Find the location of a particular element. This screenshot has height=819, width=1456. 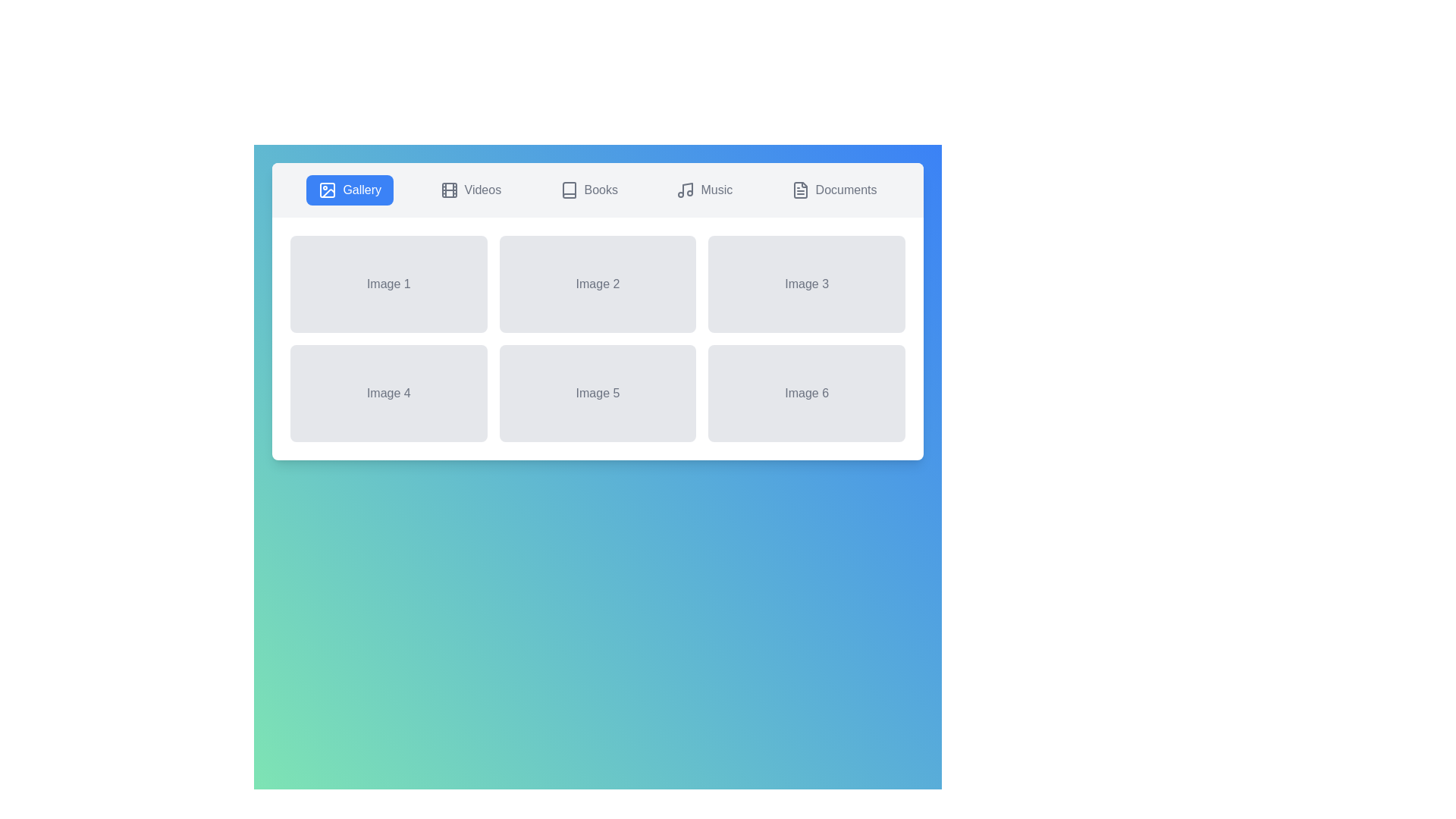

the 'Books' icon in the top navigation bar is located at coordinates (568, 189).